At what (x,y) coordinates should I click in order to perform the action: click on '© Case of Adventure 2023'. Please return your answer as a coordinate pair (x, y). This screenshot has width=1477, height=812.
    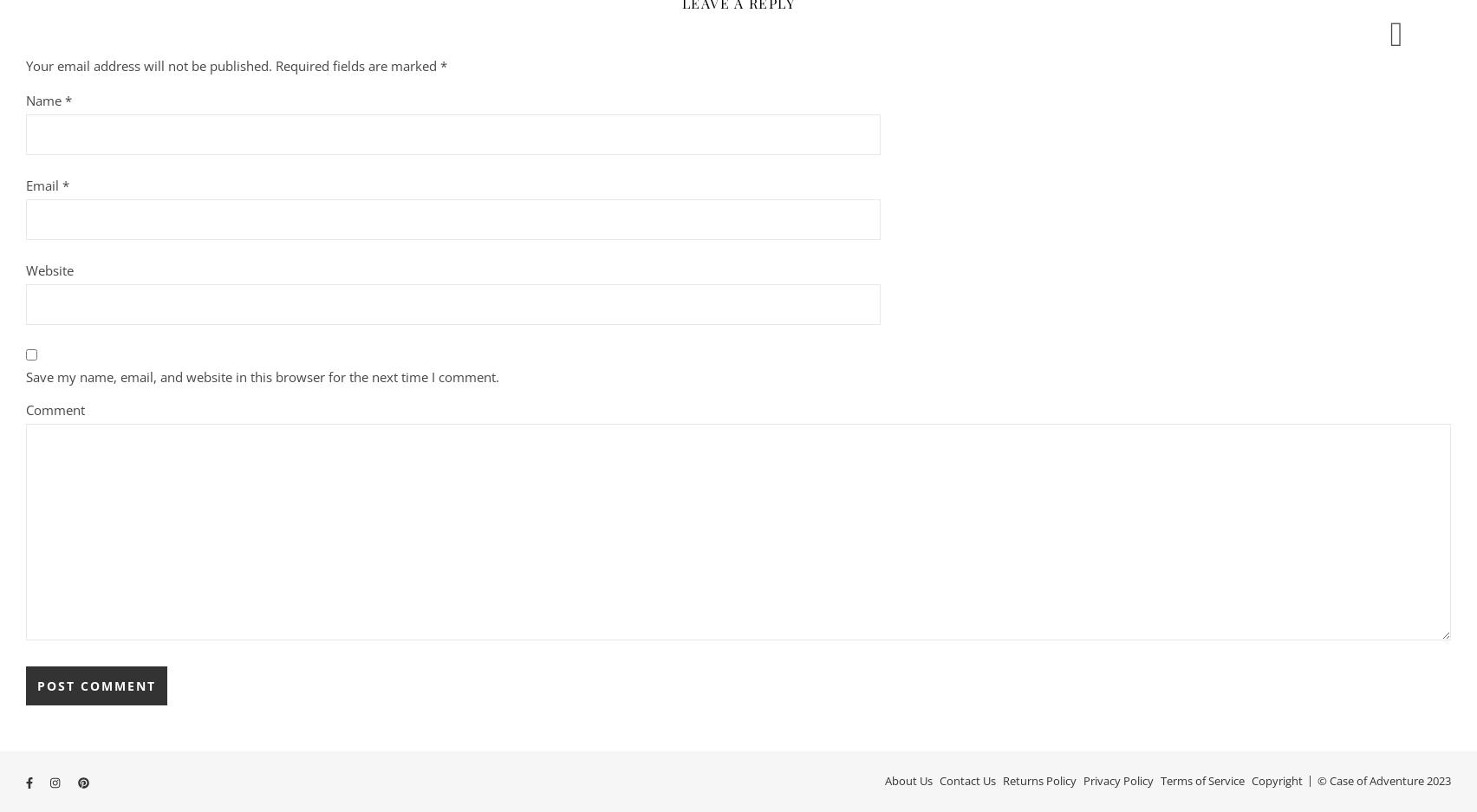
    Looking at the image, I should click on (1383, 780).